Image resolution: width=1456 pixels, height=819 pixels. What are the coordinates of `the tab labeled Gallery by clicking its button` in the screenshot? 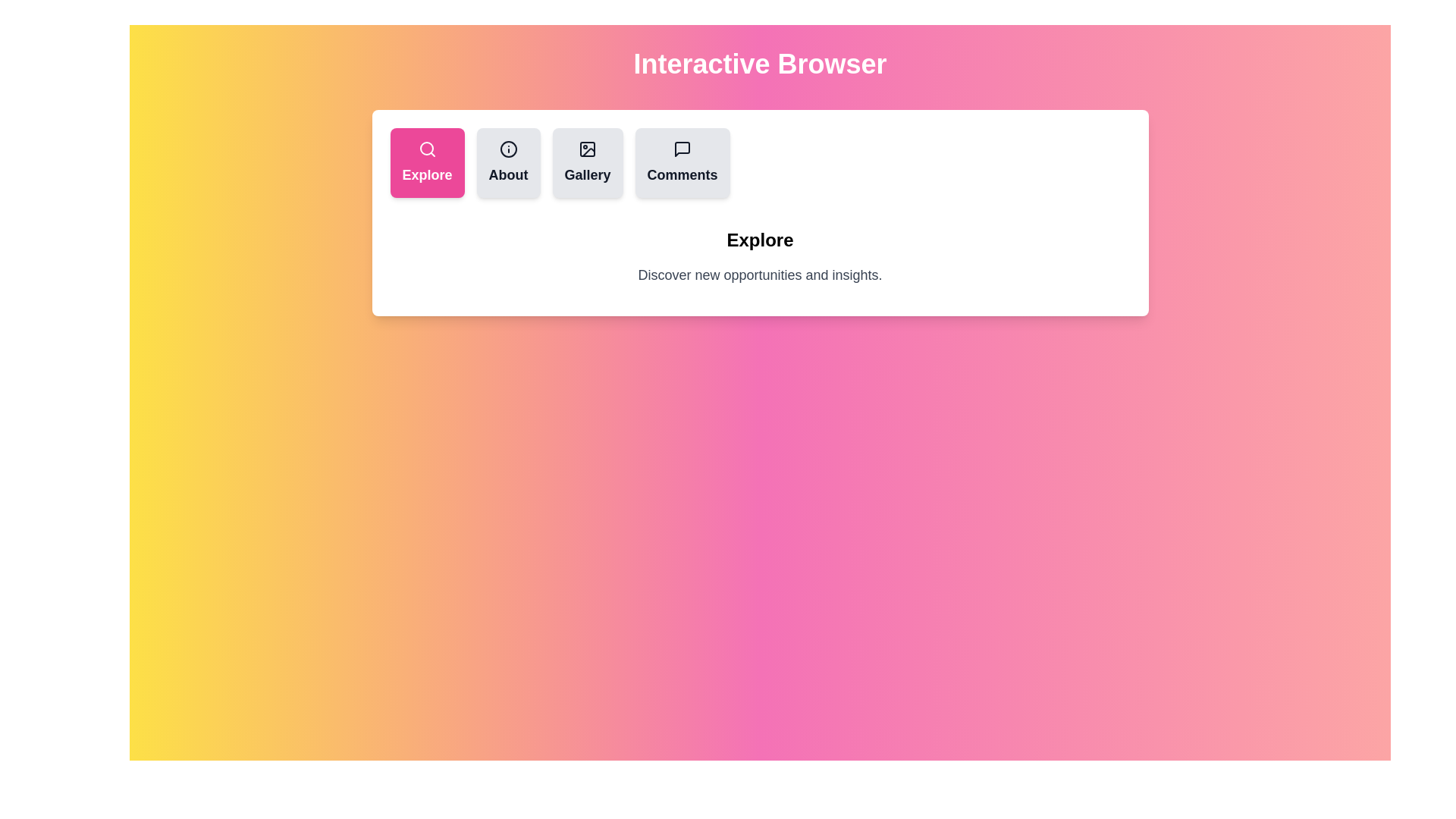 It's located at (587, 163).